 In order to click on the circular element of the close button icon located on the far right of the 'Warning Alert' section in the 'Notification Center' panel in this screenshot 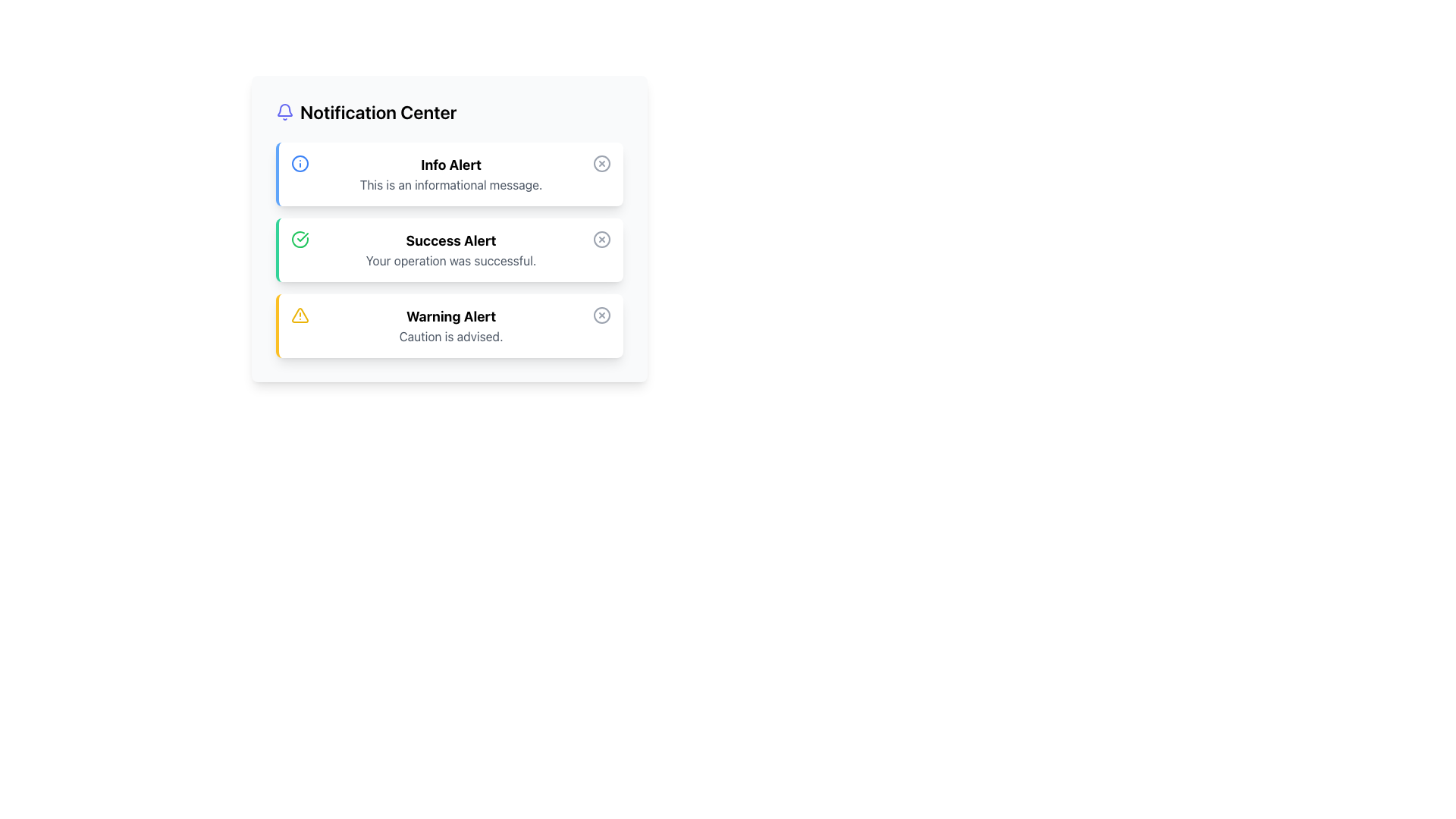, I will do `click(601, 315)`.